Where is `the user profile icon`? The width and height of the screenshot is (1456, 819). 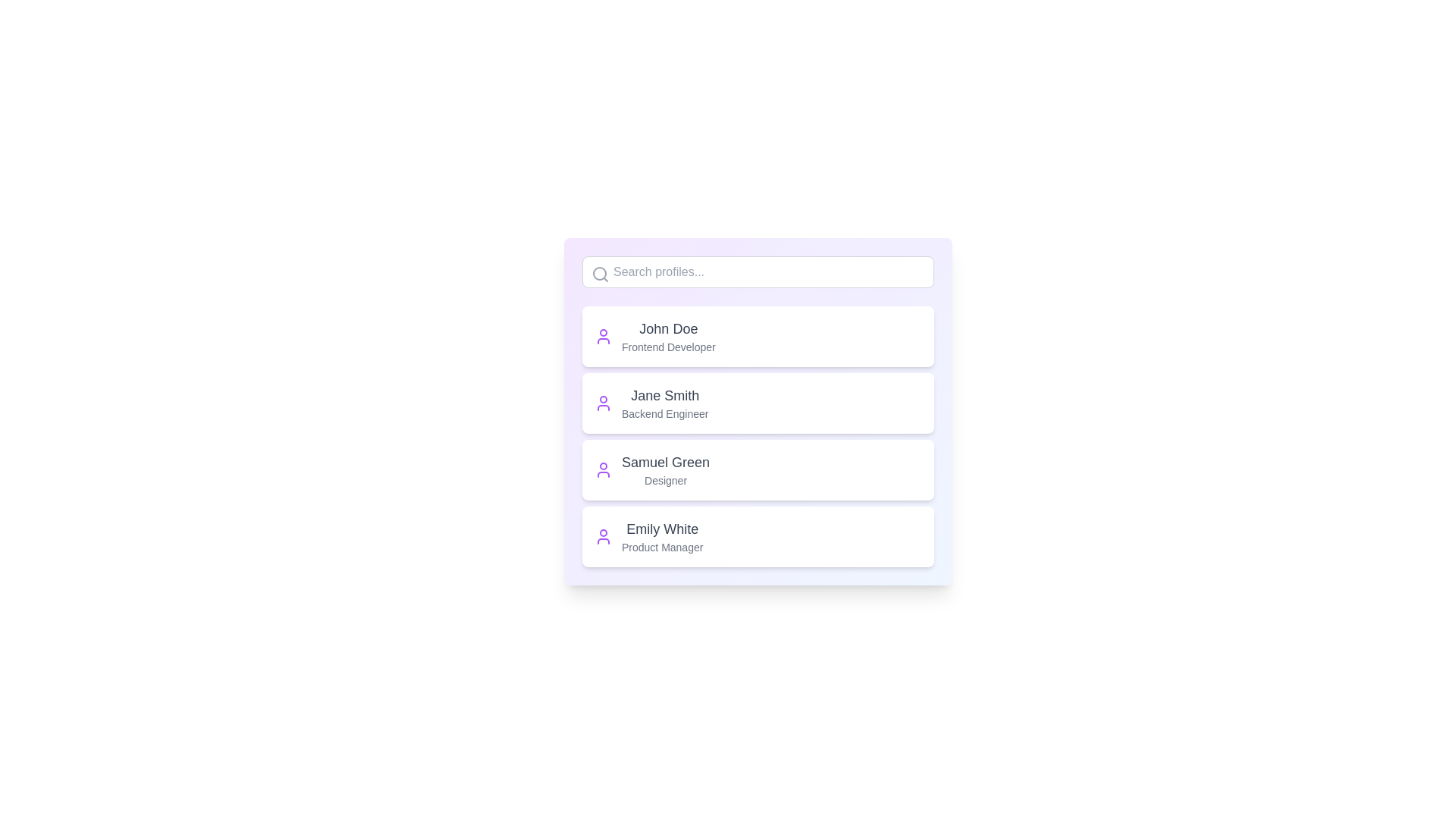 the user profile icon is located at coordinates (603, 403).